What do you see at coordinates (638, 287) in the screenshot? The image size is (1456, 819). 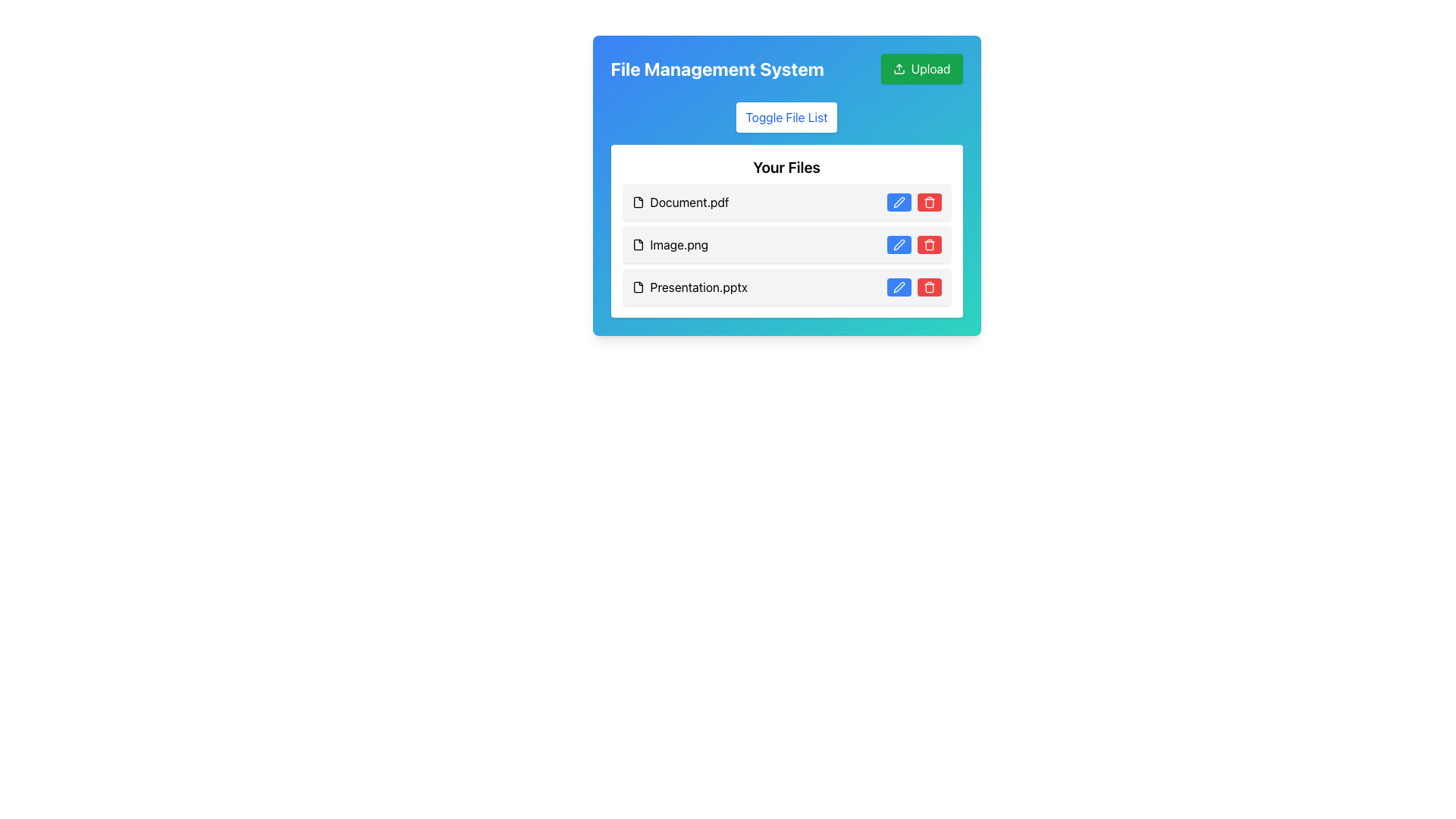 I see `the file document icon, which is a minimalistic outline styled to resemble a sheet of paper with a folded corner, located to the left of the text label 'Presentation.pptx' in the 'Your Files' section` at bounding box center [638, 287].